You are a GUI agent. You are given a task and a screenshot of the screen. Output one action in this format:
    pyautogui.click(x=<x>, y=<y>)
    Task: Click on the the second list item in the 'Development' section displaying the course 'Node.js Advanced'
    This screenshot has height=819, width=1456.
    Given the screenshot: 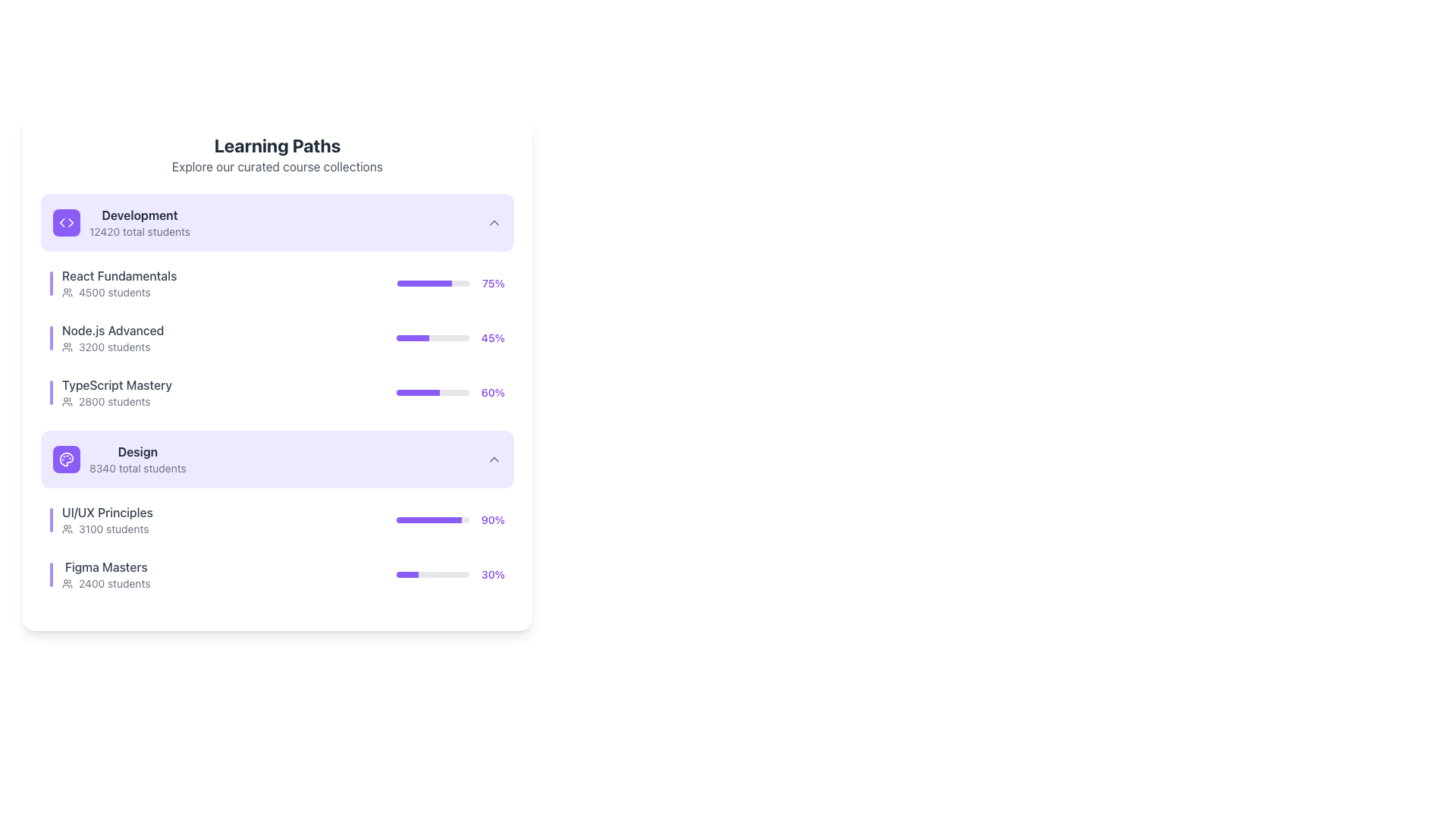 What is the action you would take?
    pyautogui.click(x=277, y=337)
    